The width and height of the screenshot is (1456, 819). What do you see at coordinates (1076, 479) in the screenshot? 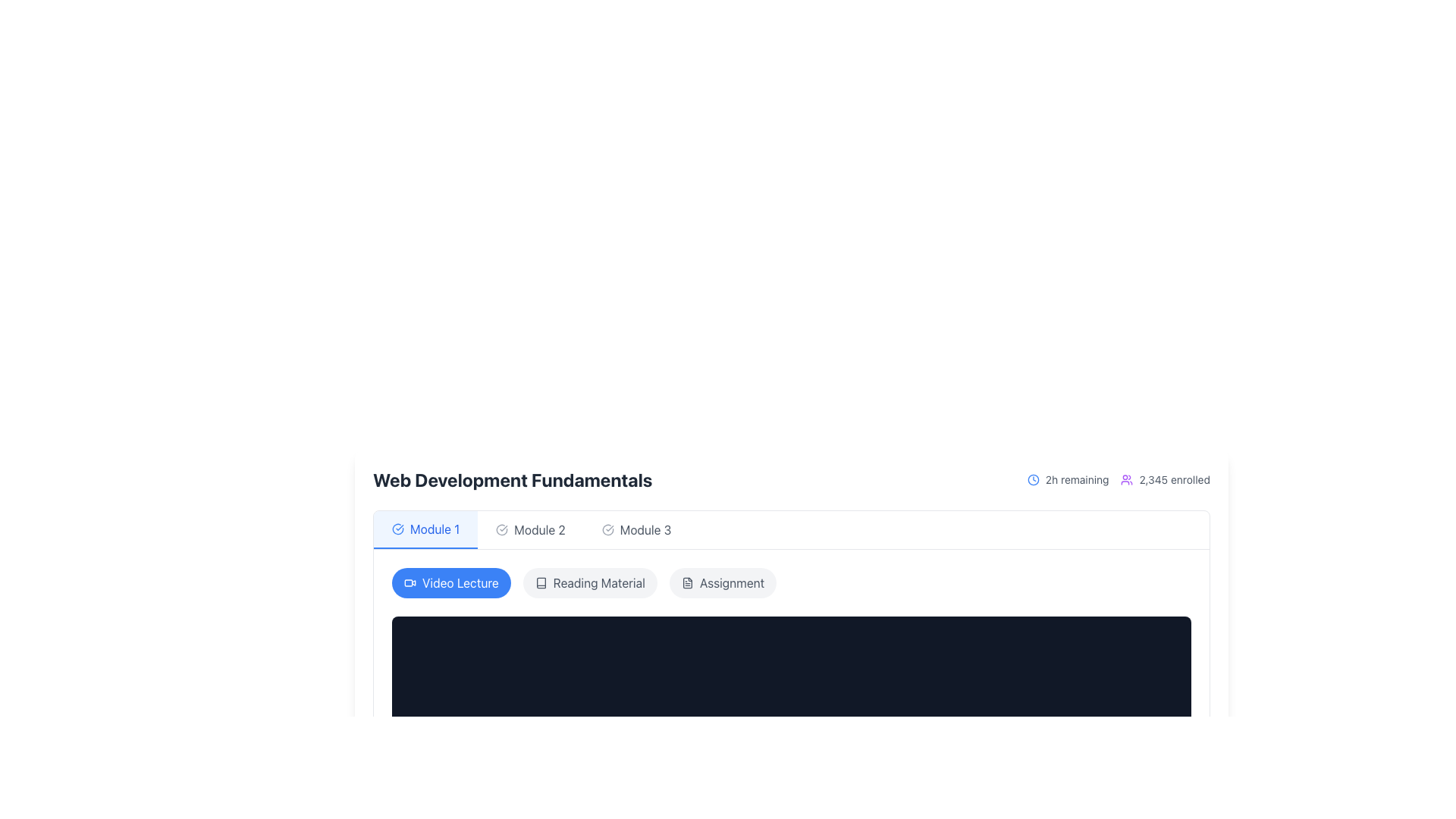
I see `static text label indicating the remaining duration to complete or access an event, located in the top-right portion of the module header, directly following a clock icon` at bounding box center [1076, 479].